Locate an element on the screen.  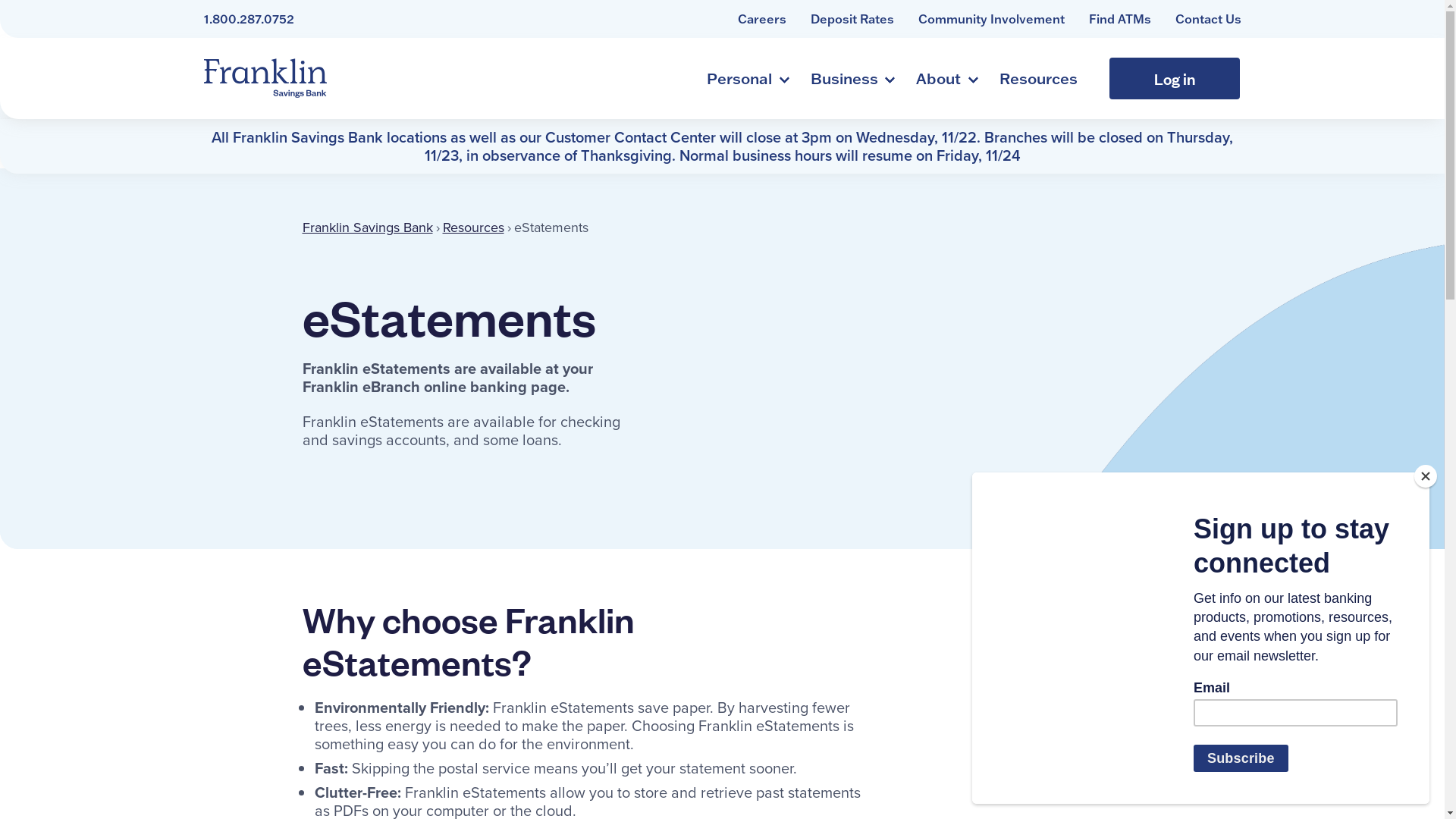
'Careers' is located at coordinates (761, 18).